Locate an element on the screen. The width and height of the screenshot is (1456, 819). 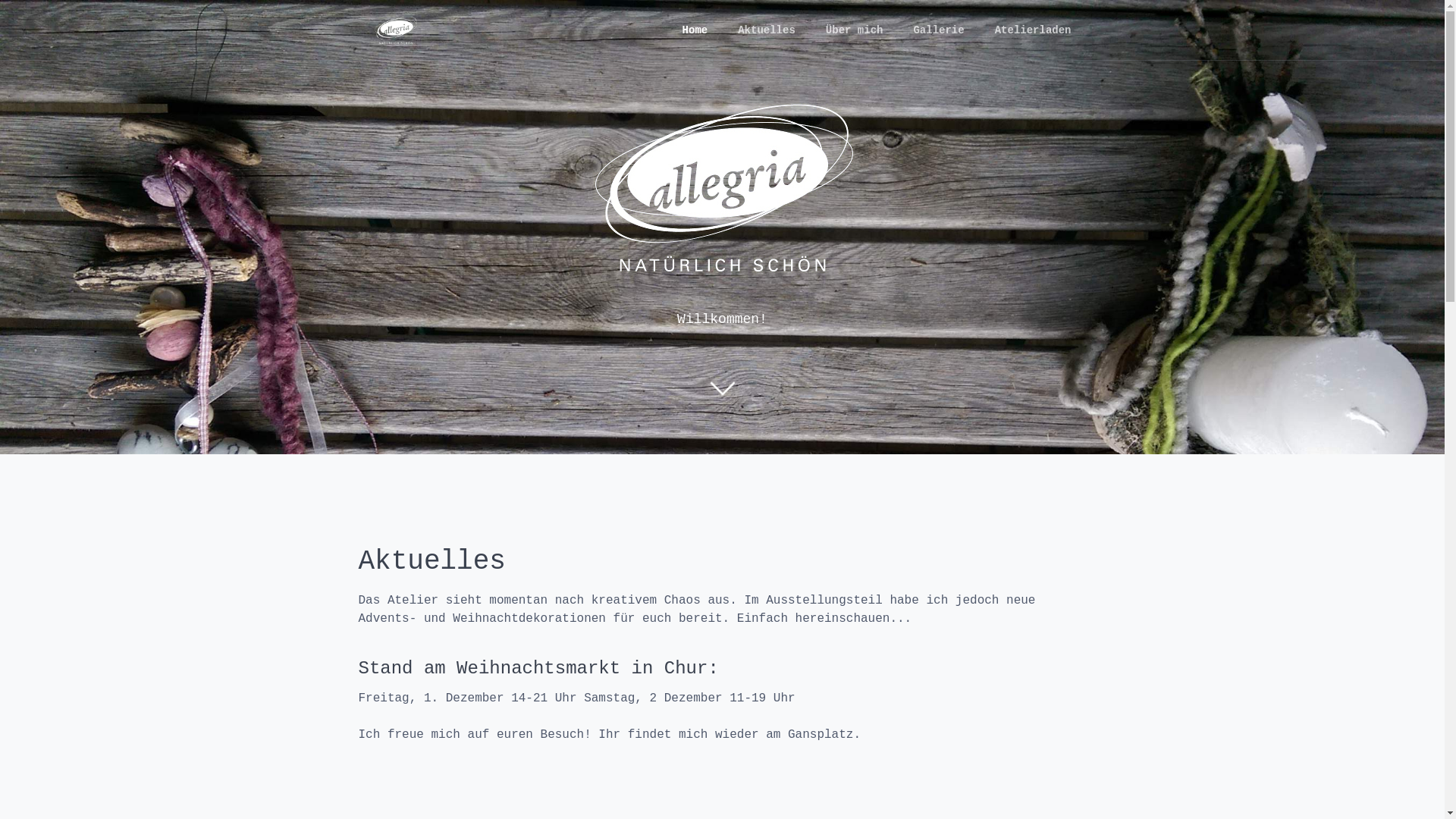
'Home' is located at coordinates (694, 30).